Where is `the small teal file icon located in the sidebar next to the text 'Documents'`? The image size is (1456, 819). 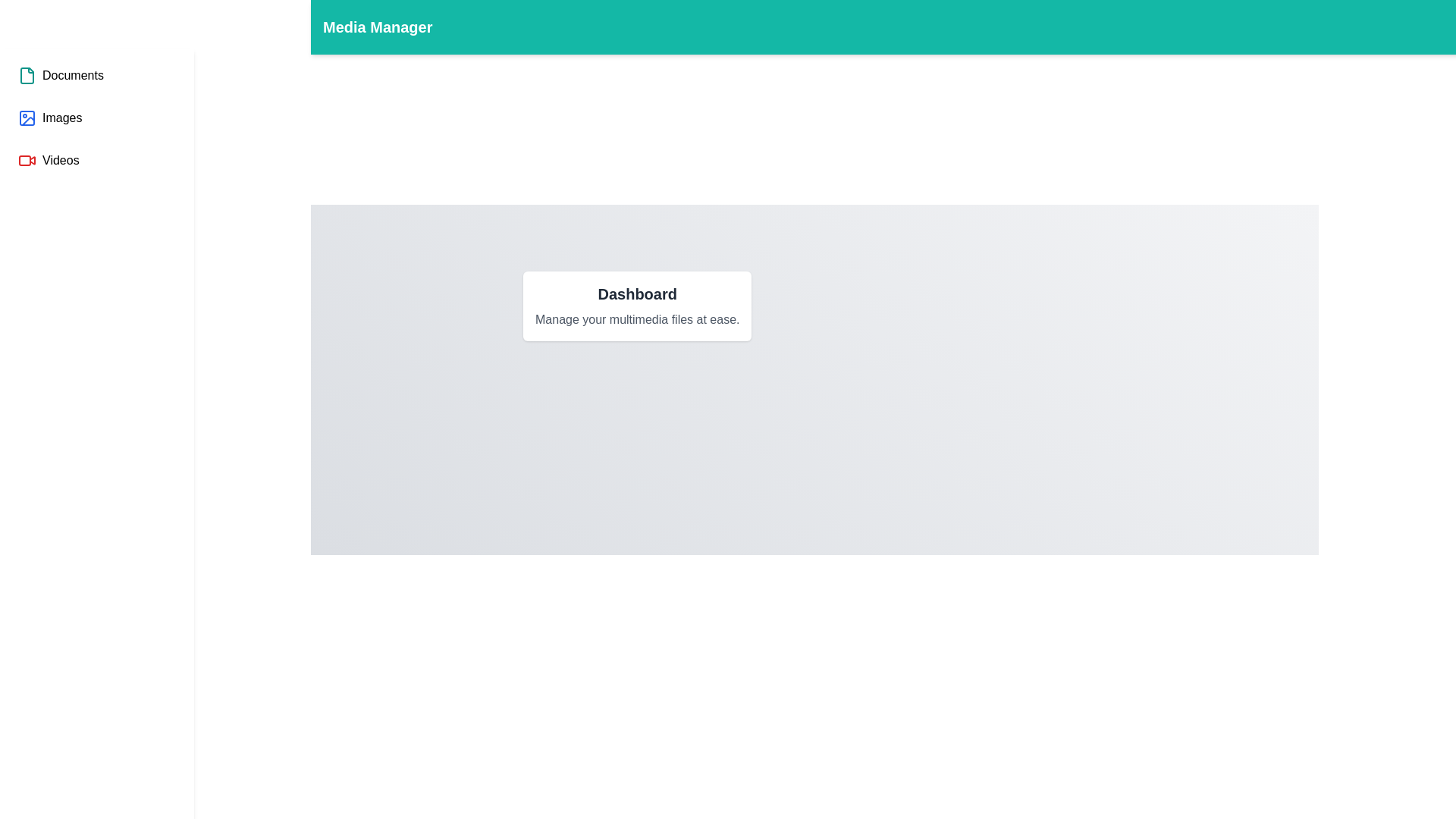
the small teal file icon located in the sidebar next to the text 'Documents' is located at coordinates (27, 76).